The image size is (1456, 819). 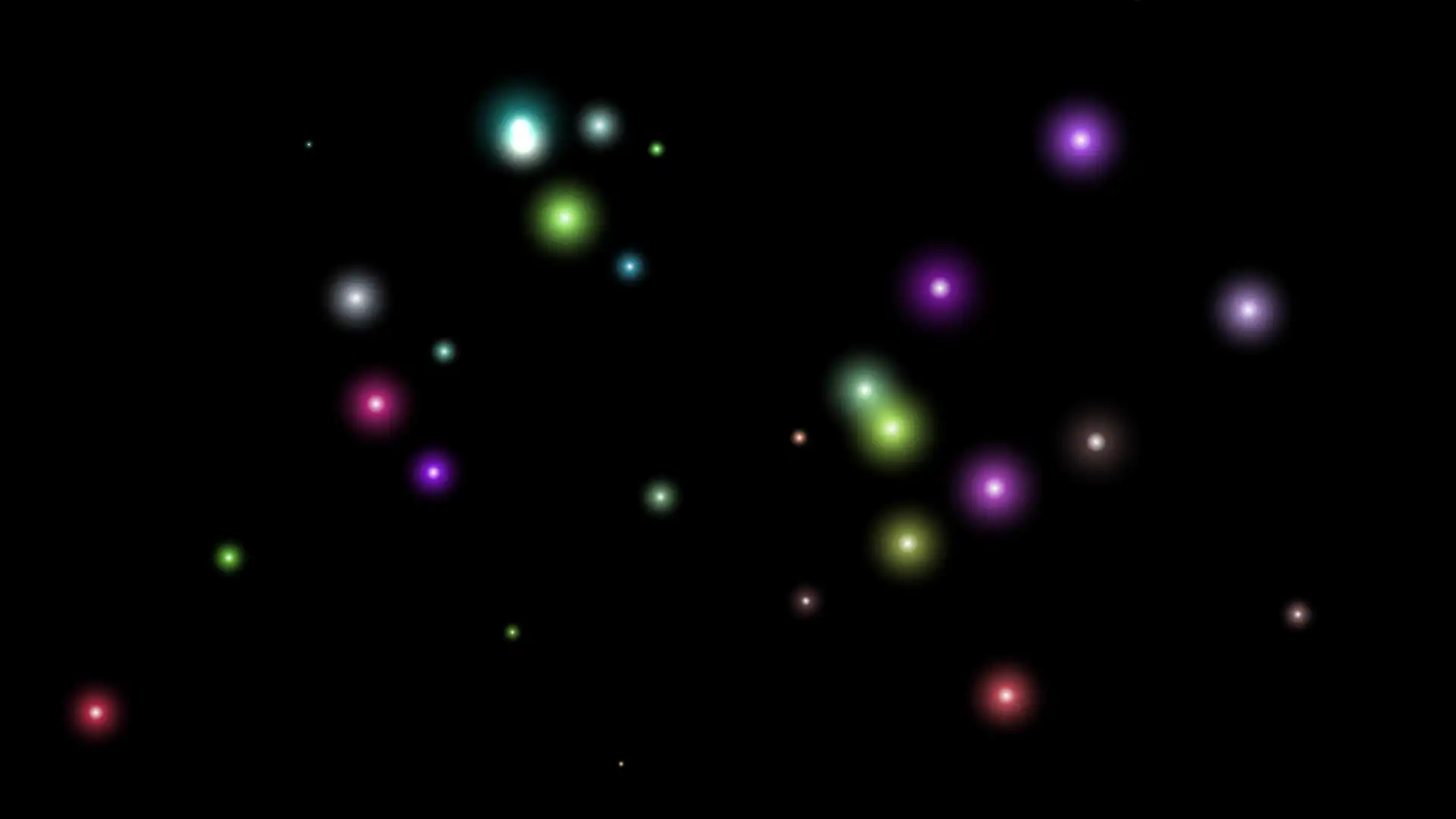 What do you see at coordinates (218, 14) in the screenshot?
I see `No sound` at bounding box center [218, 14].